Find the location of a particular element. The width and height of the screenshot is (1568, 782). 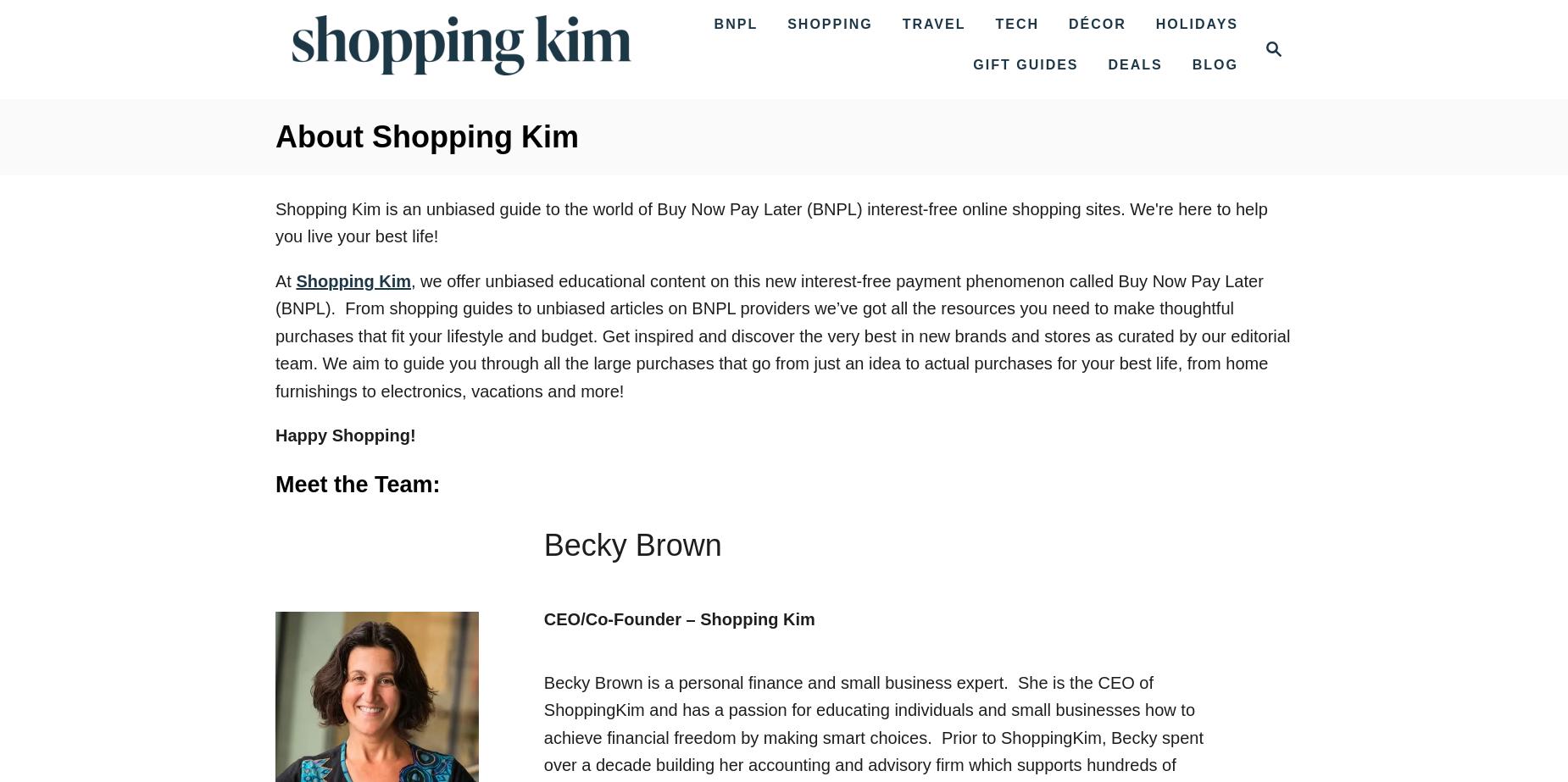

'Meet the Team:' is located at coordinates (356, 482).